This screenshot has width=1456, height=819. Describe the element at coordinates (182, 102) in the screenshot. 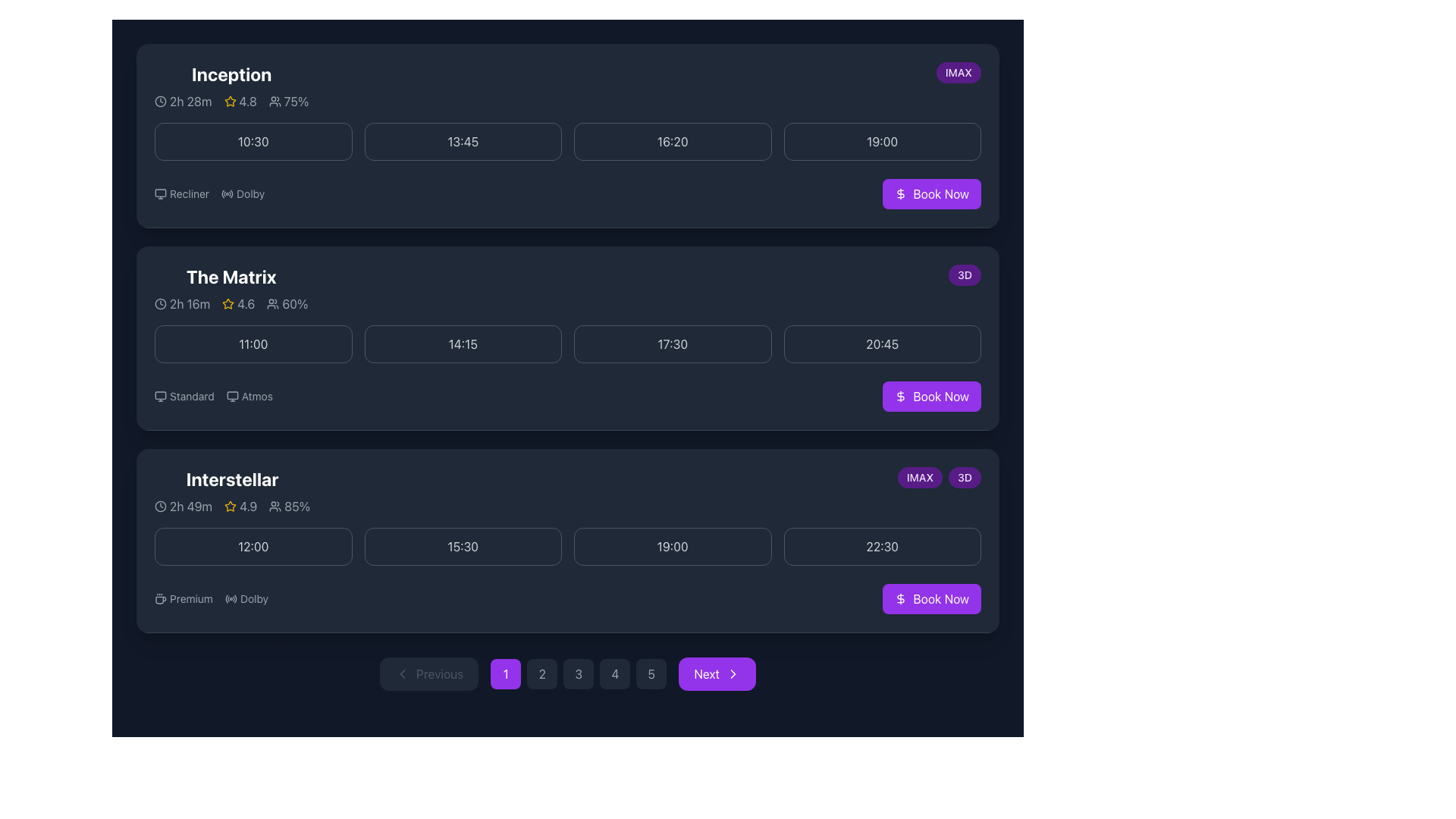

I see `the static text displaying the duration '2h 28m' with a clock icon to its left, located in the 'Inception' section` at that location.